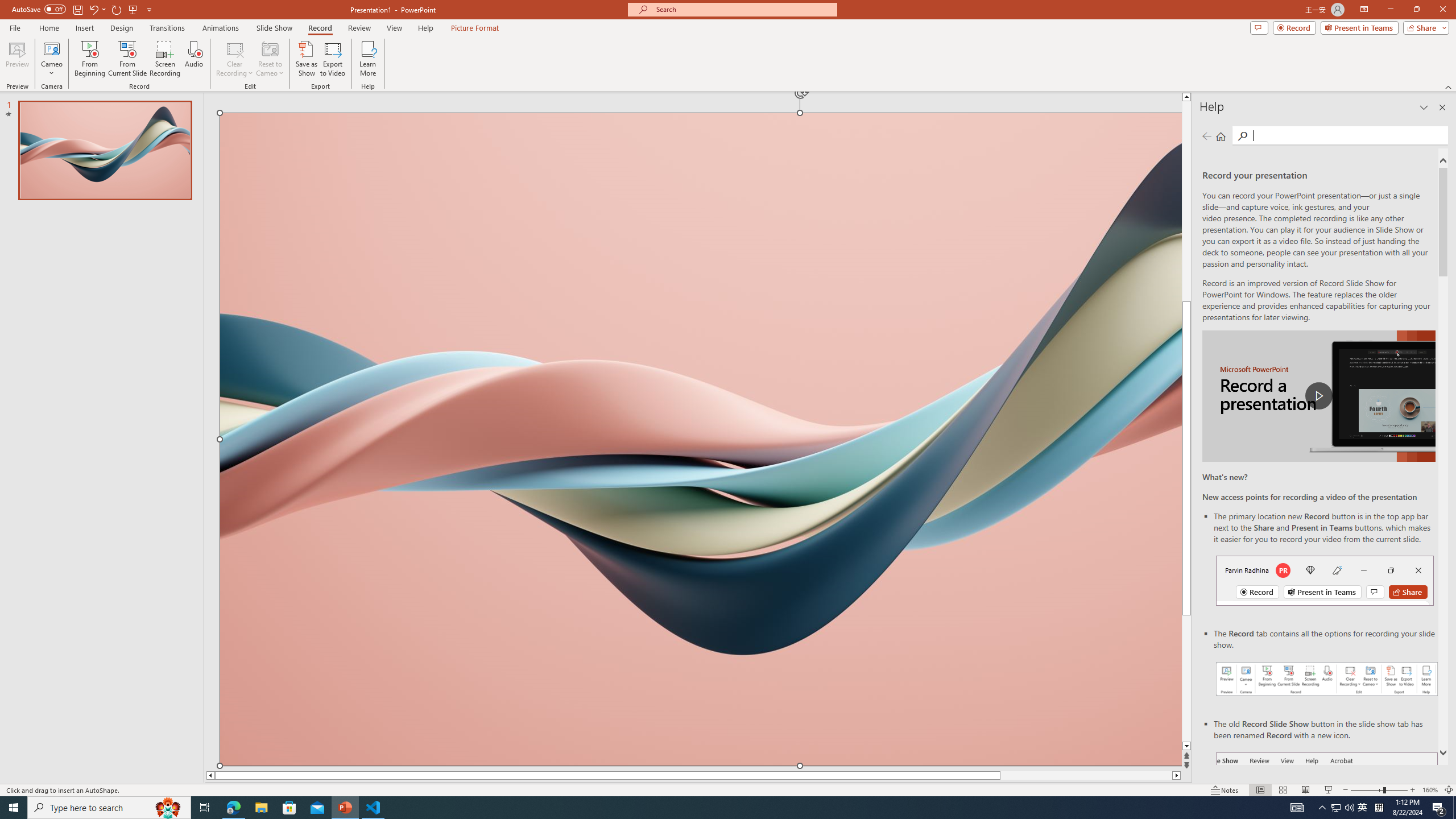 Image resolution: width=1456 pixels, height=819 pixels. Describe the element at coordinates (1423, 107) in the screenshot. I see `'Task Pane Options'` at that location.